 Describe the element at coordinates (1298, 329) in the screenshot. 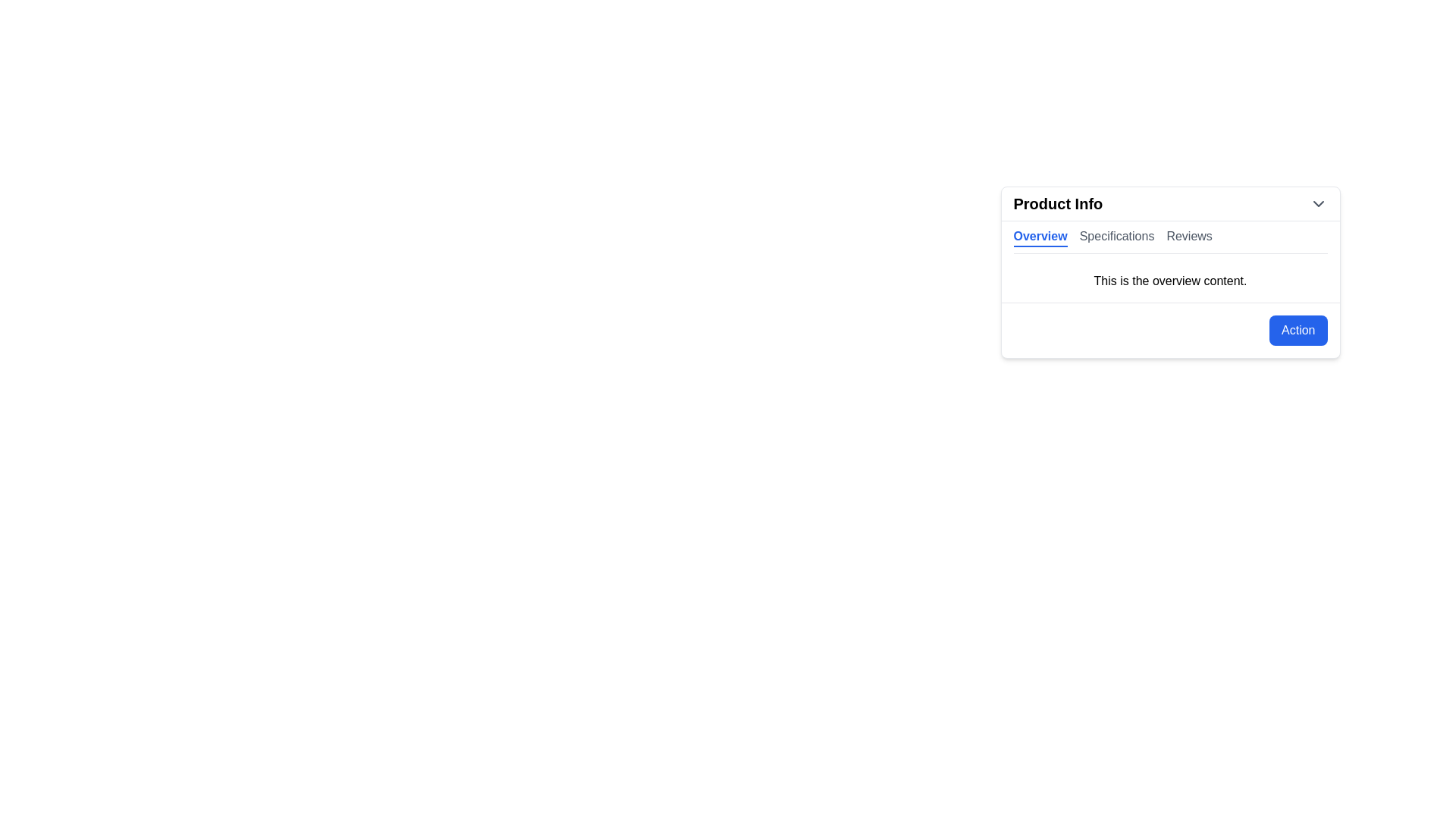

I see `the 'Action' button with a blue background and white text located at the bottom-right corner of the 'Product Info' box` at that location.